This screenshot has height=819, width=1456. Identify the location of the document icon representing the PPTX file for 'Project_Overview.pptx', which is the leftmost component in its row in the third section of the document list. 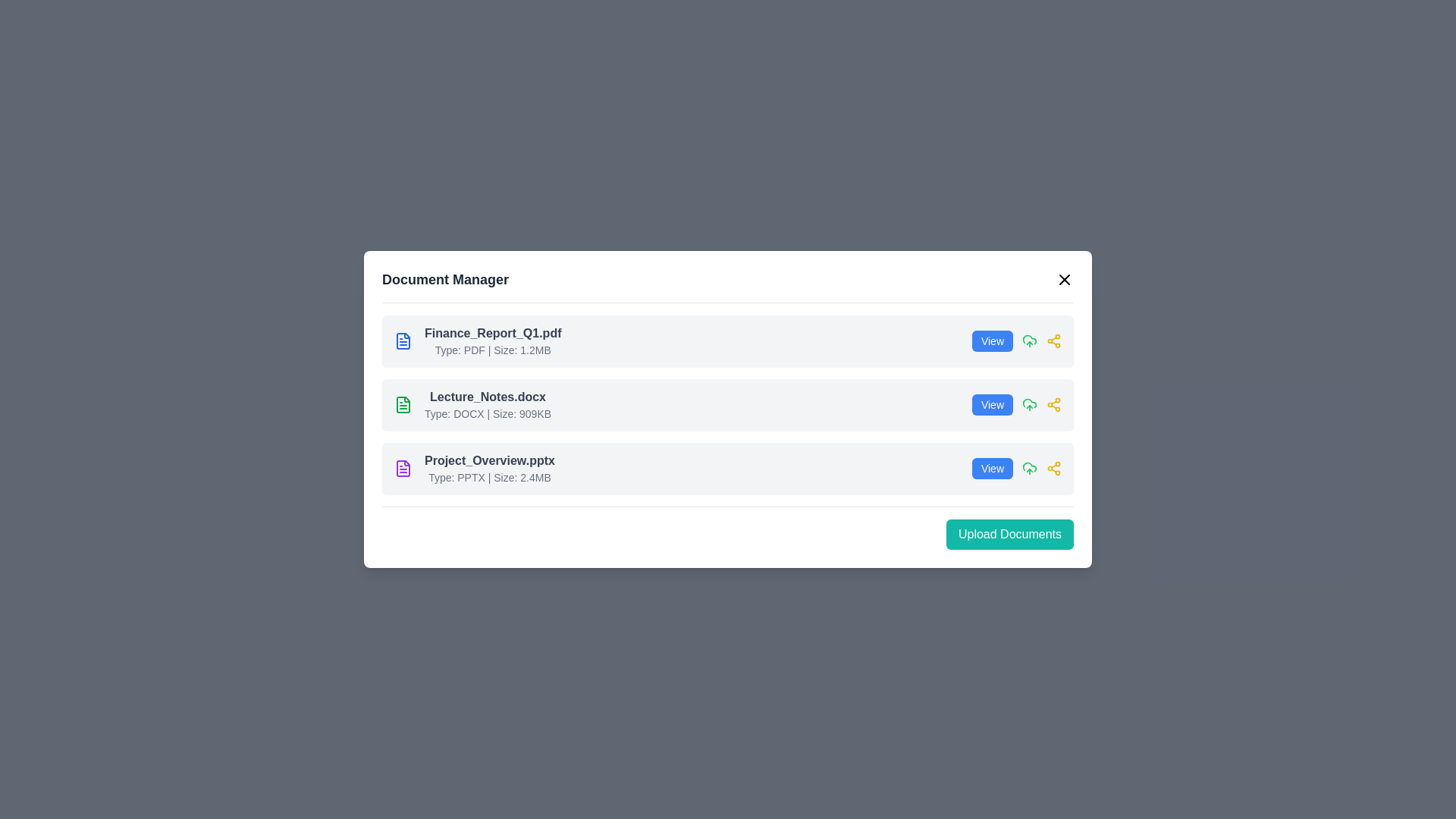
(403, 467).